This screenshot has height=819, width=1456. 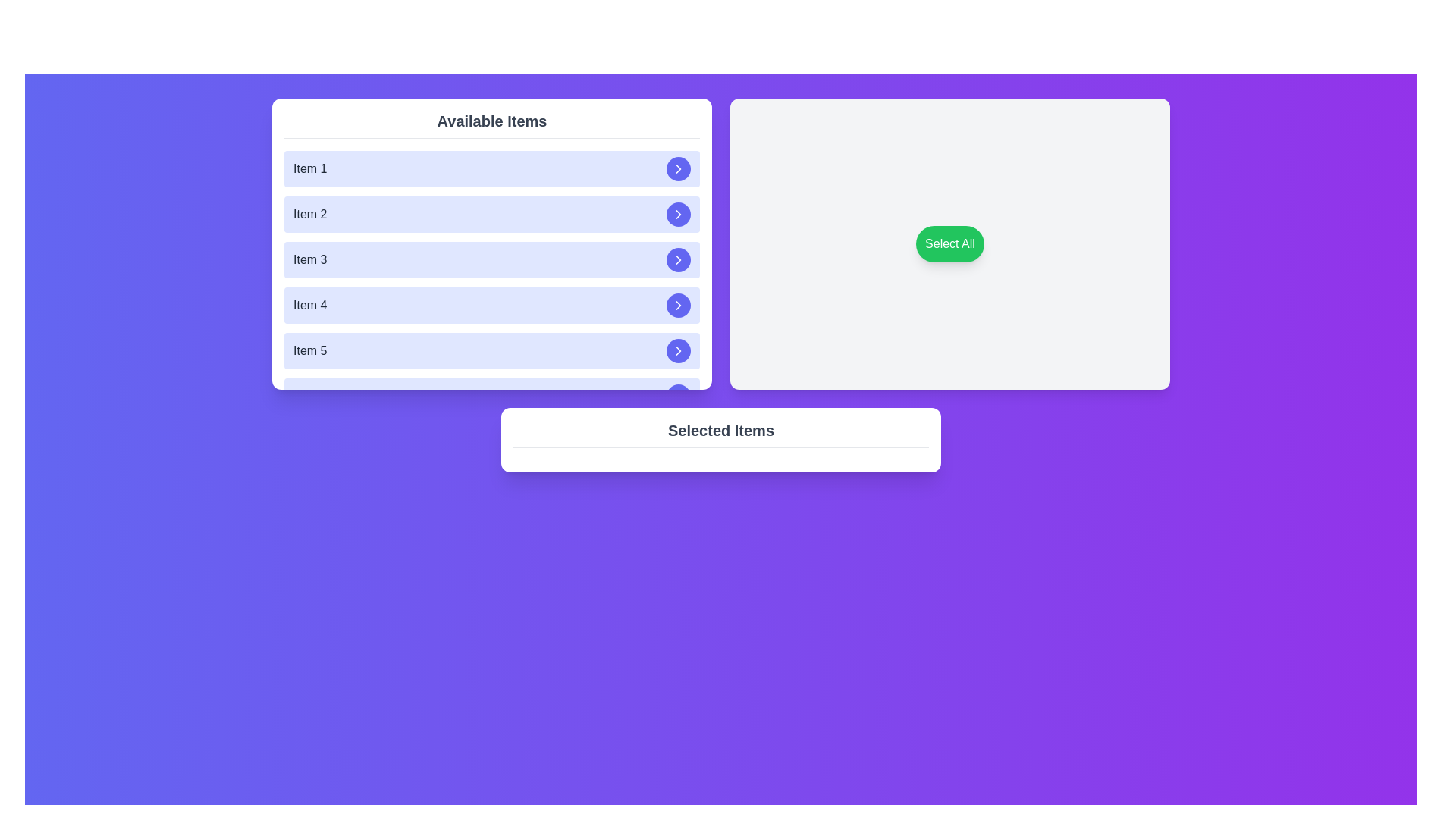 What do you see at coordinates (677, 214) in the screenshot?
I see `the circular button with a purple background and white right-facing chevron arrow in the 'Item 2' row` at bounding box center [677, 214].